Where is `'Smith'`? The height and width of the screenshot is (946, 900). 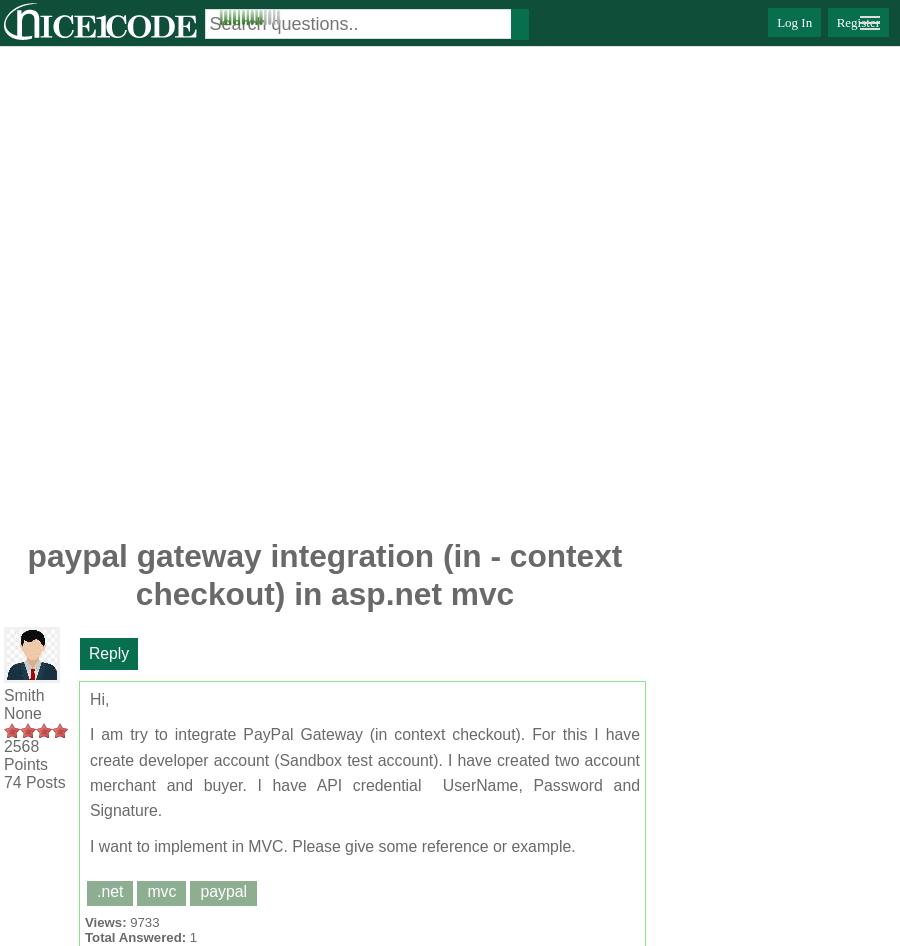 'Smith' is located at coordinates (23, 695).